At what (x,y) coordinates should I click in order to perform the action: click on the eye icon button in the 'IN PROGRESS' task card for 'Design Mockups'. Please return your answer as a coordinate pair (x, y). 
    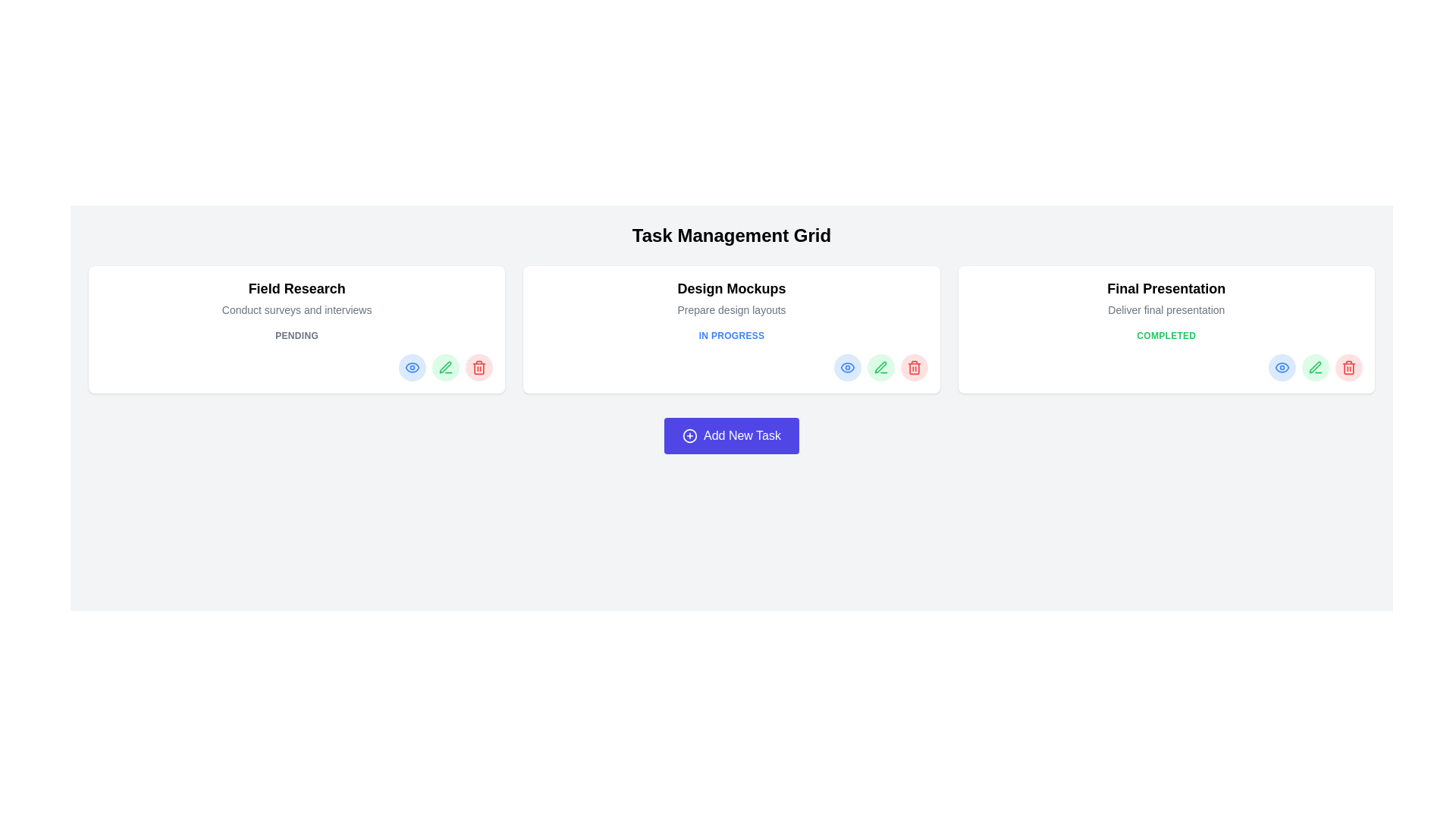
    Looking at the image, I should click on (846, 368).